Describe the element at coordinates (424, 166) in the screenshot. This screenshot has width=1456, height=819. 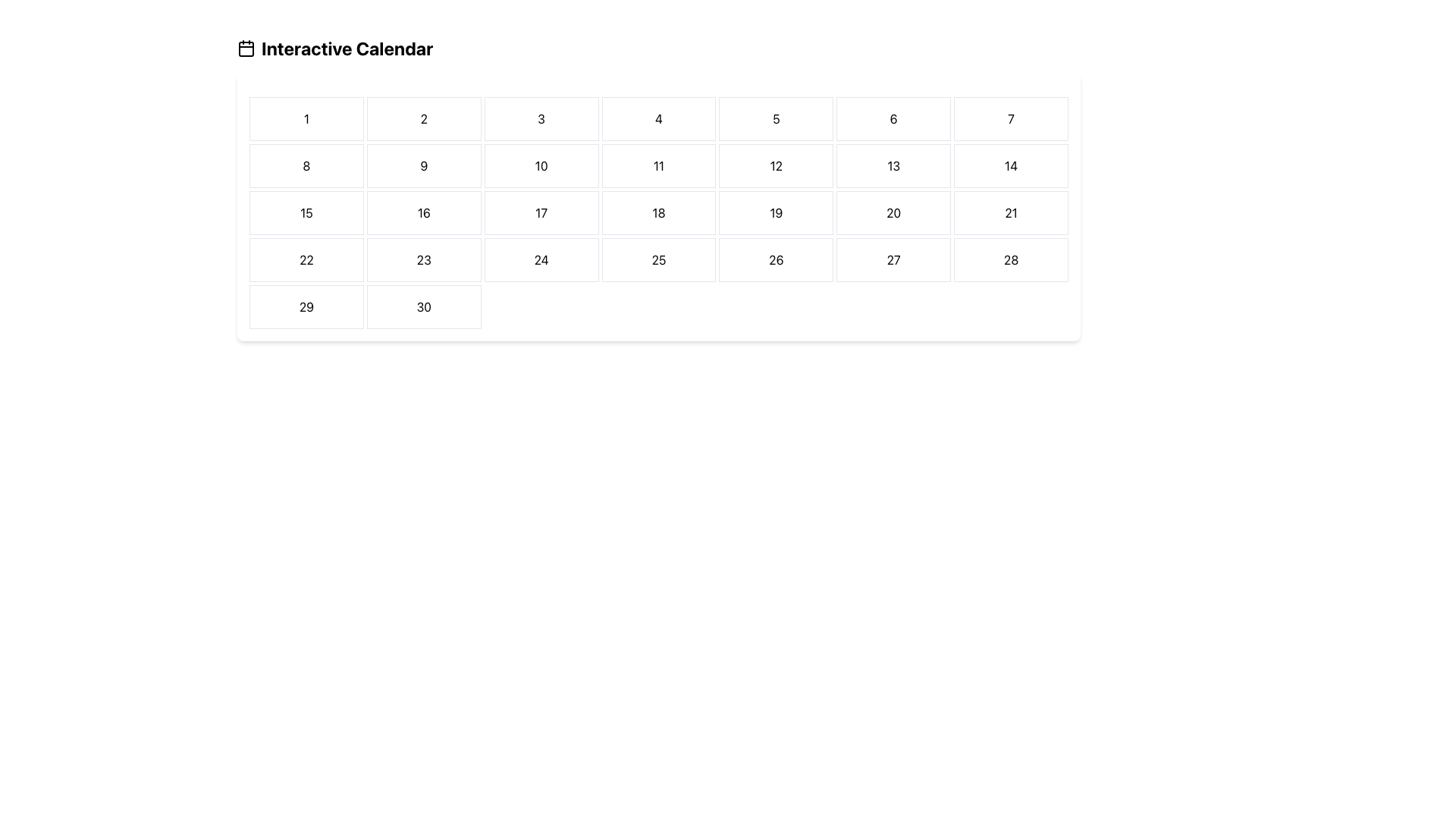
I see `the button-like grid cell representing the number 9, located in the second row and second column of the calendar interface` at that location.